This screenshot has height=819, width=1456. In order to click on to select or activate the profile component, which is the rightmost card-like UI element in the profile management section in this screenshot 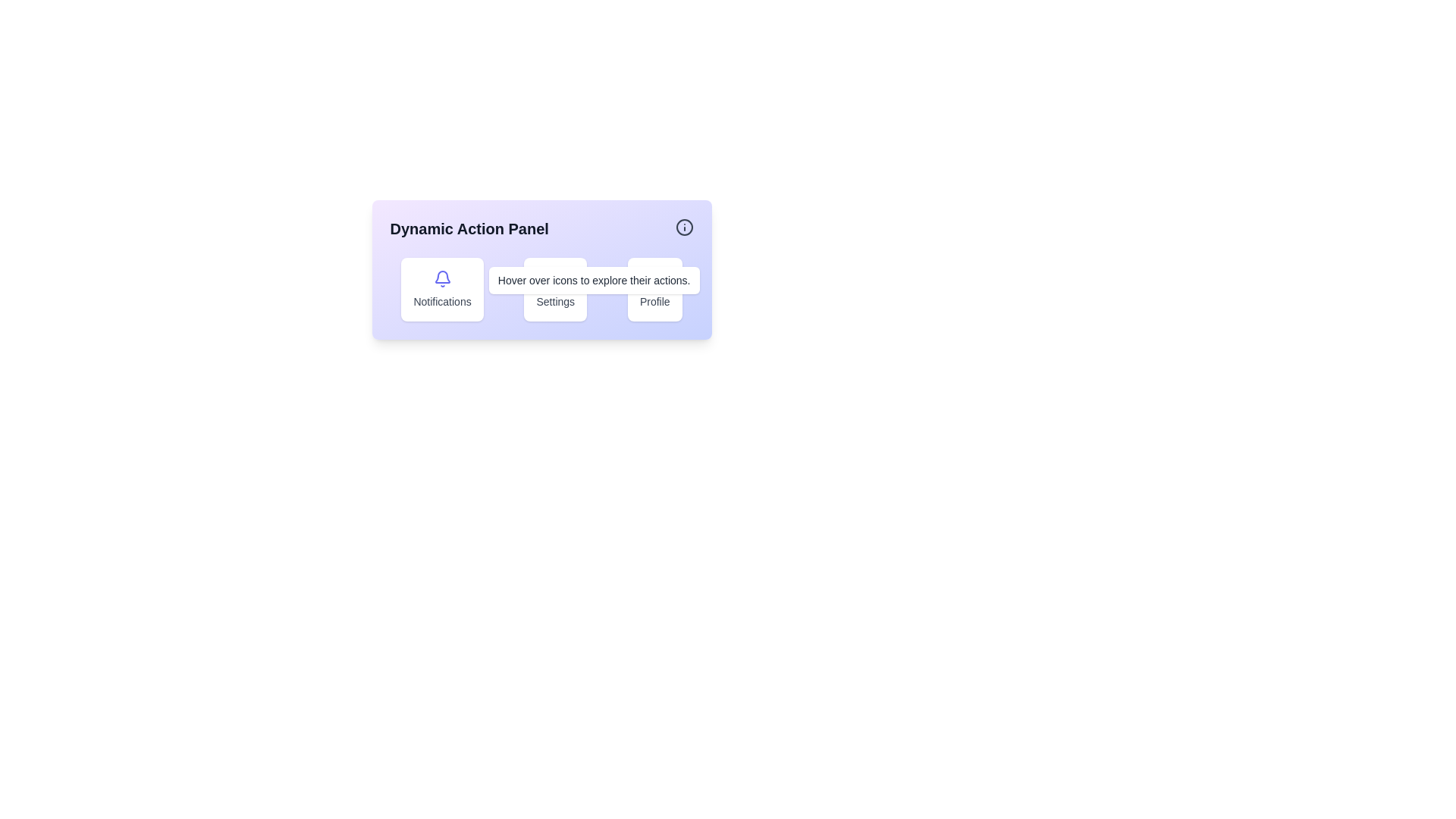, I will do `click(654, 289)`.